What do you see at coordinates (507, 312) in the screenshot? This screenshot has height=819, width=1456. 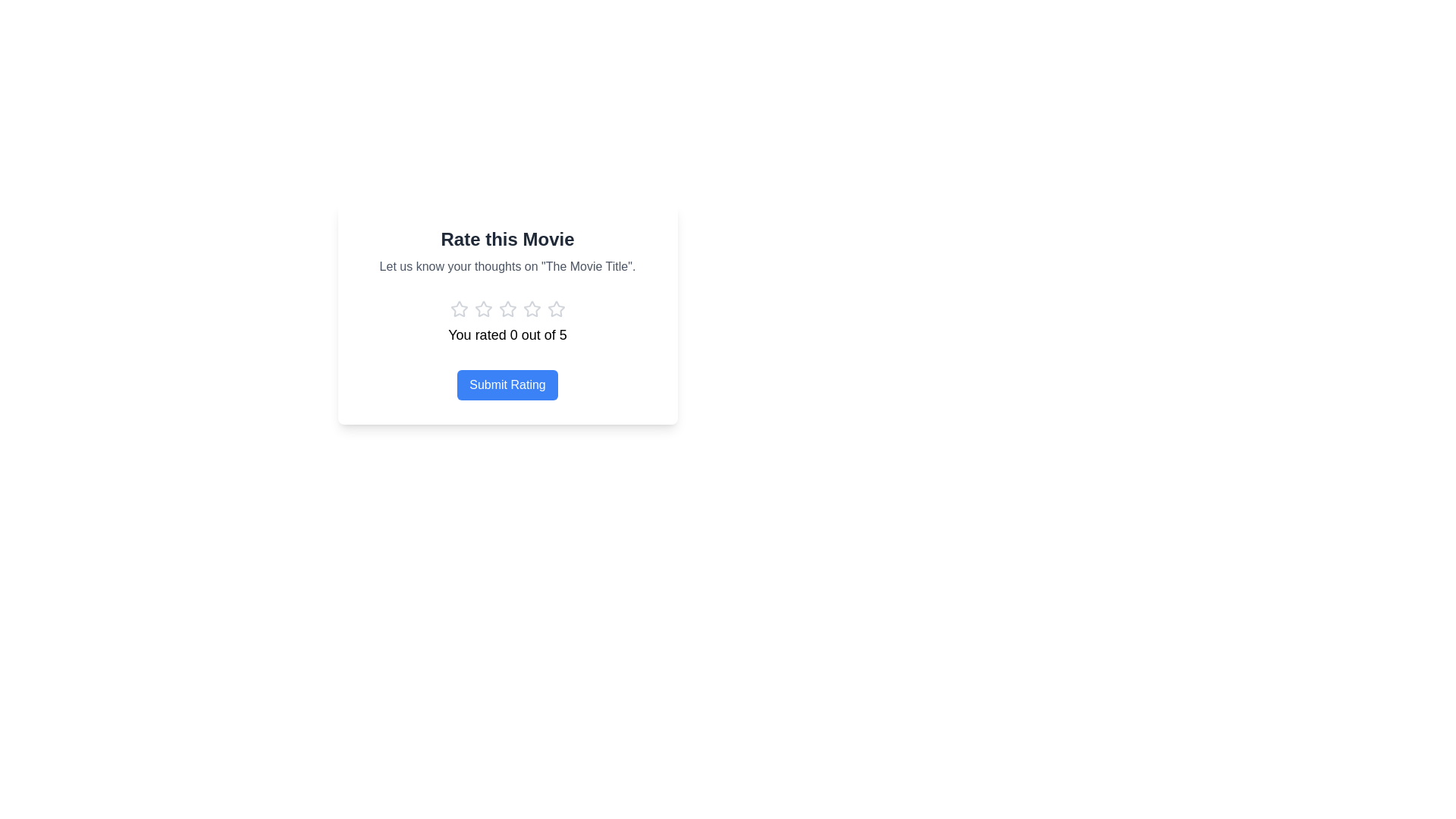 I see `the third five-pointed star icon, which is styled in light gray` at bounding box center [507, 312].